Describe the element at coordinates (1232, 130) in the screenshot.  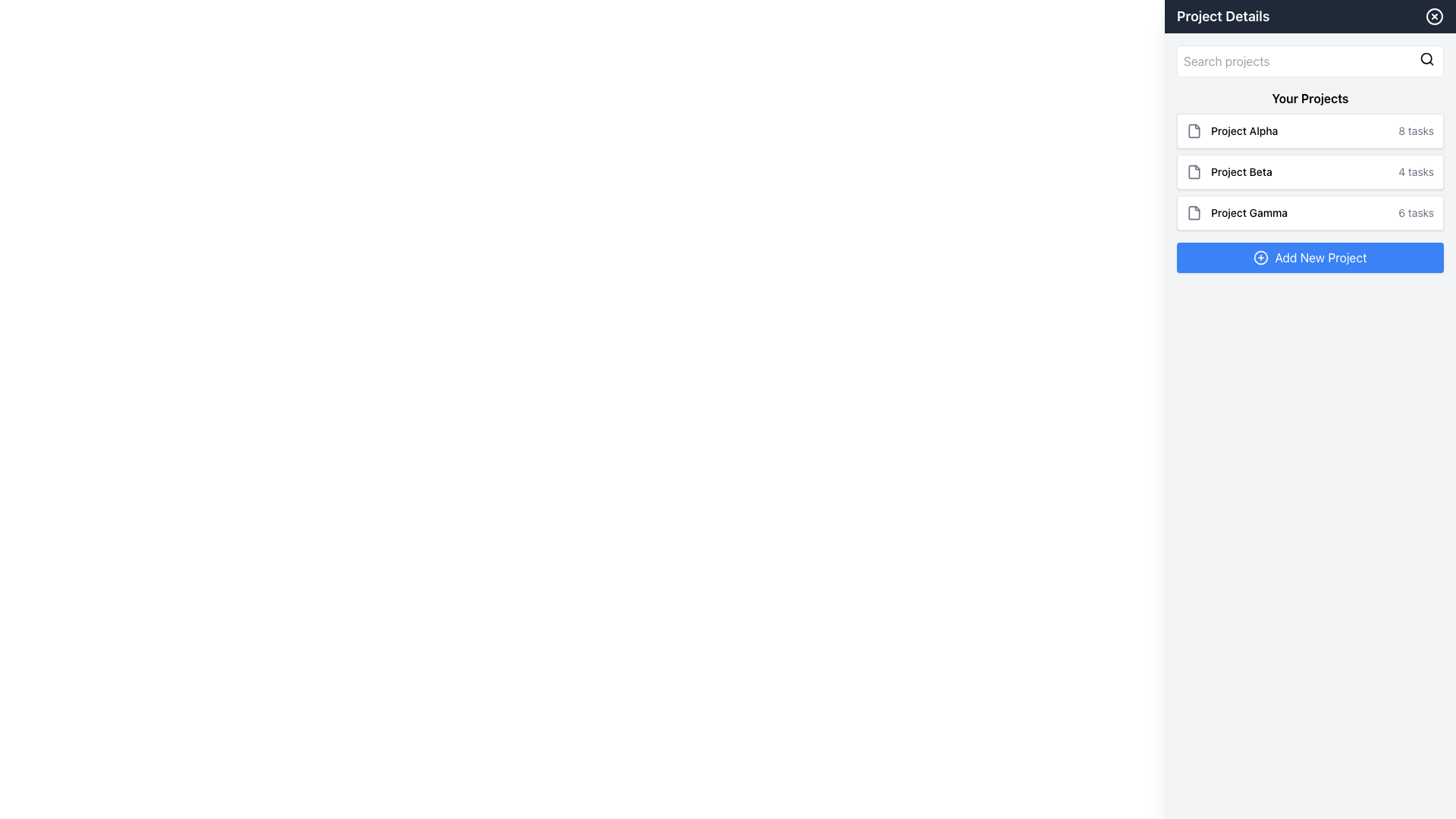
I see `the text label that identifies the project as 'Project Alpha', located at the top of the list under 'Your Projects' in the right panel of the interface` at that location.